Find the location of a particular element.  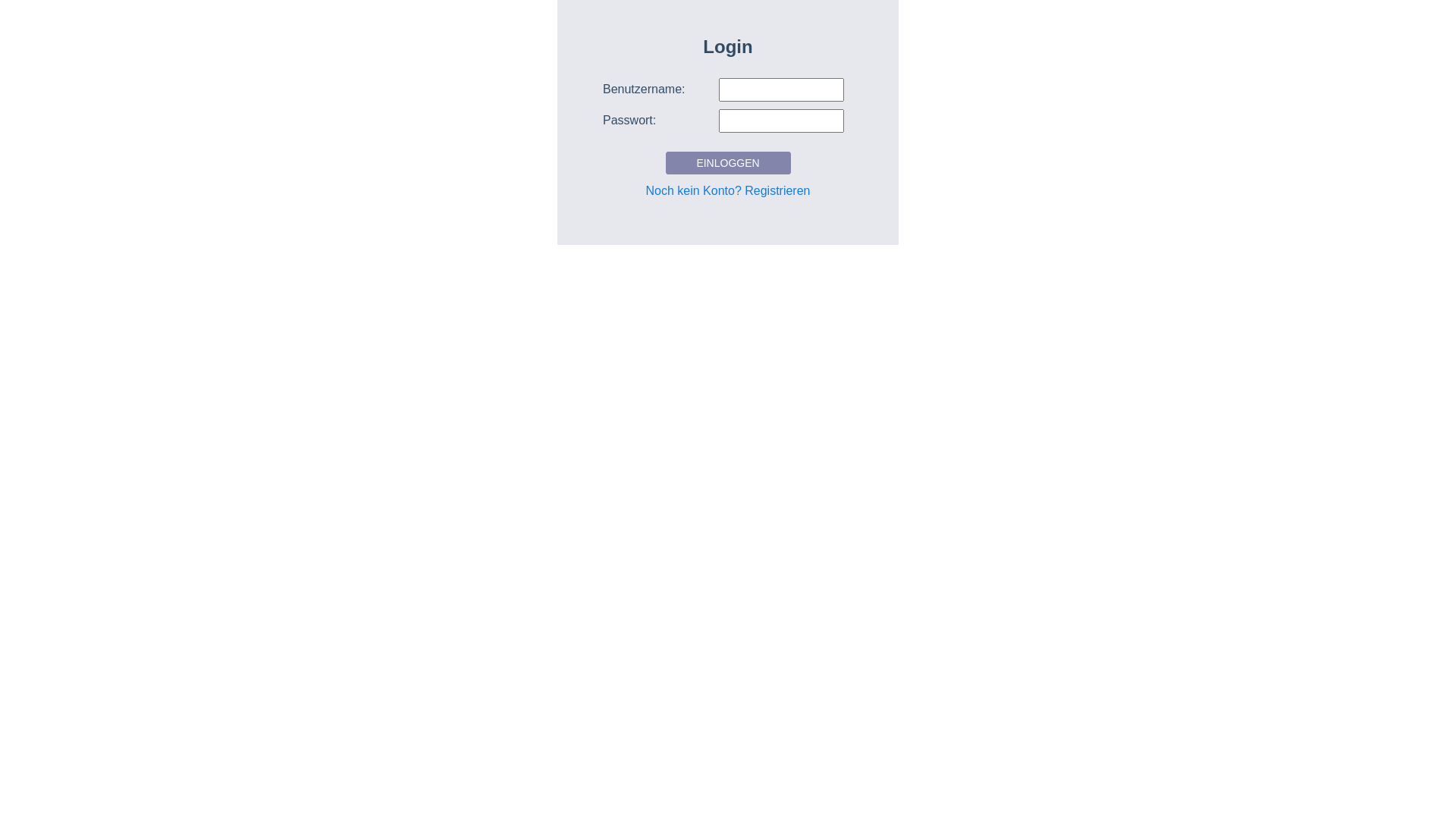

'Noch kein Konto? Registrieren' is located at coordinates (726, 190).